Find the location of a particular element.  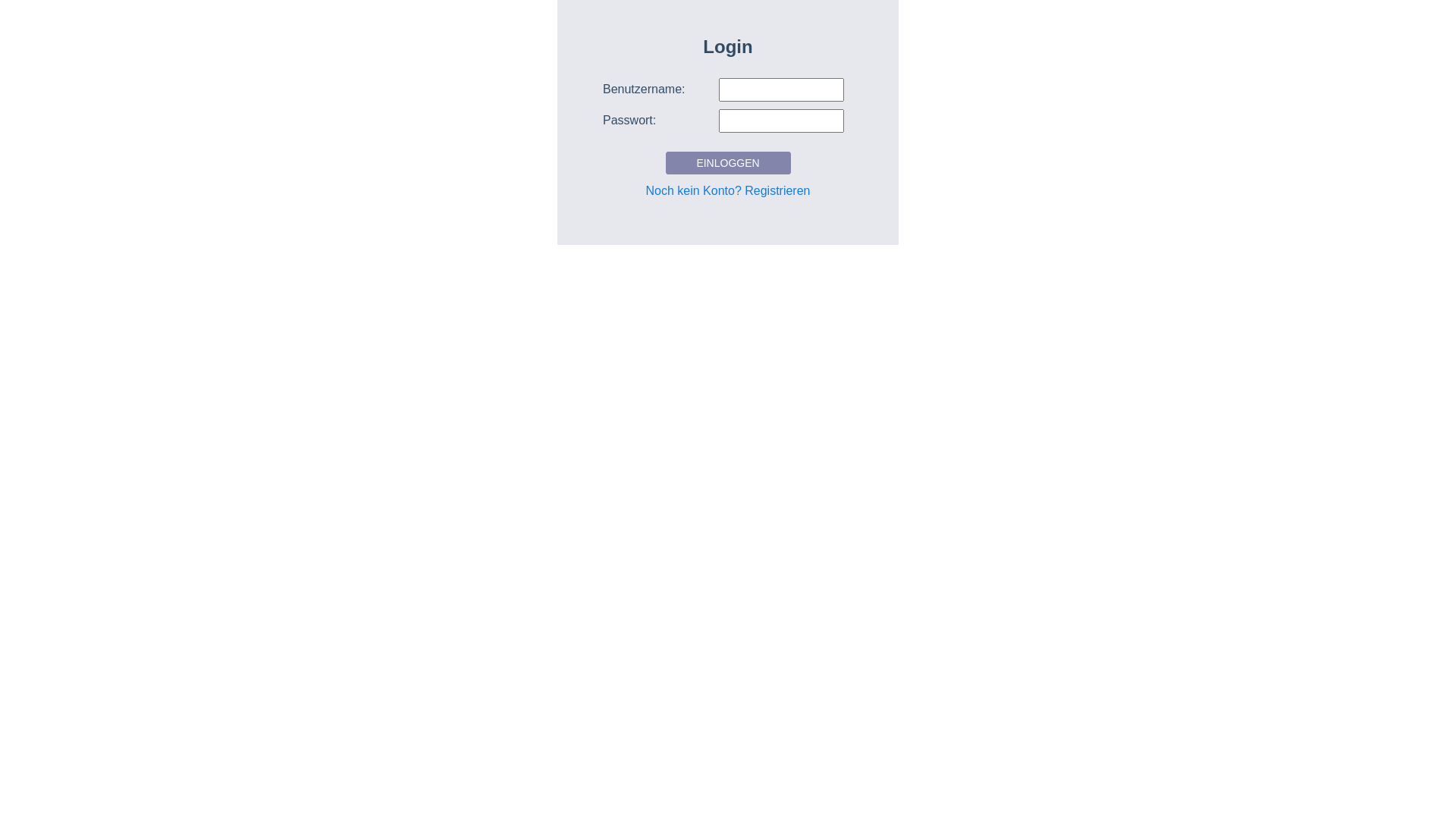

'Noch kein Konto? Registrieren' is located at coordinates (726, 190).